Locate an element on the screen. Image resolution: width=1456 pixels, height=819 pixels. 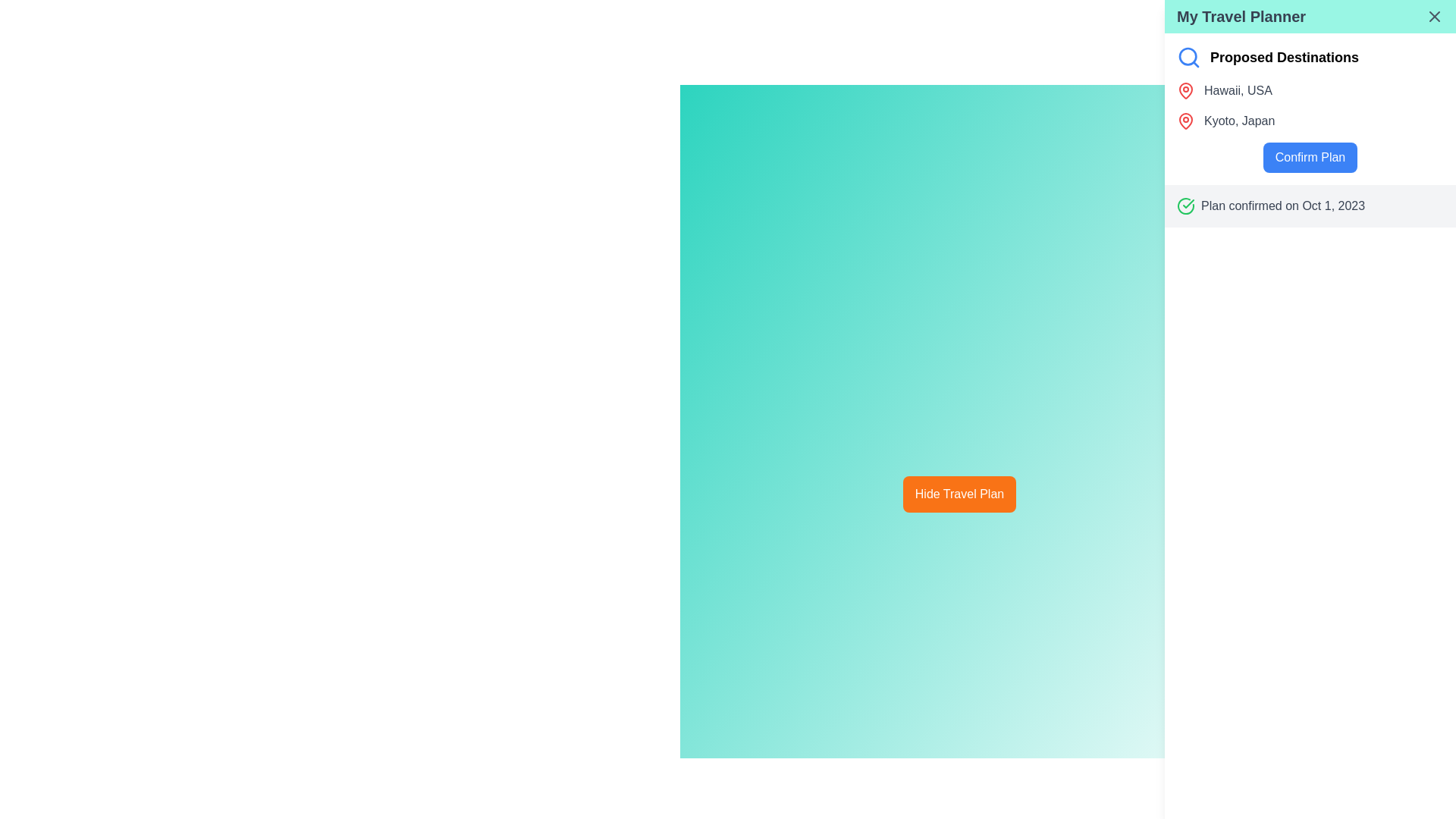
the search icon located at the top of the sidebar, positioned to the left of the text 'Proposed Destinations', to trigger the tooltip or focus effect is located at coordinates (1188, 57).